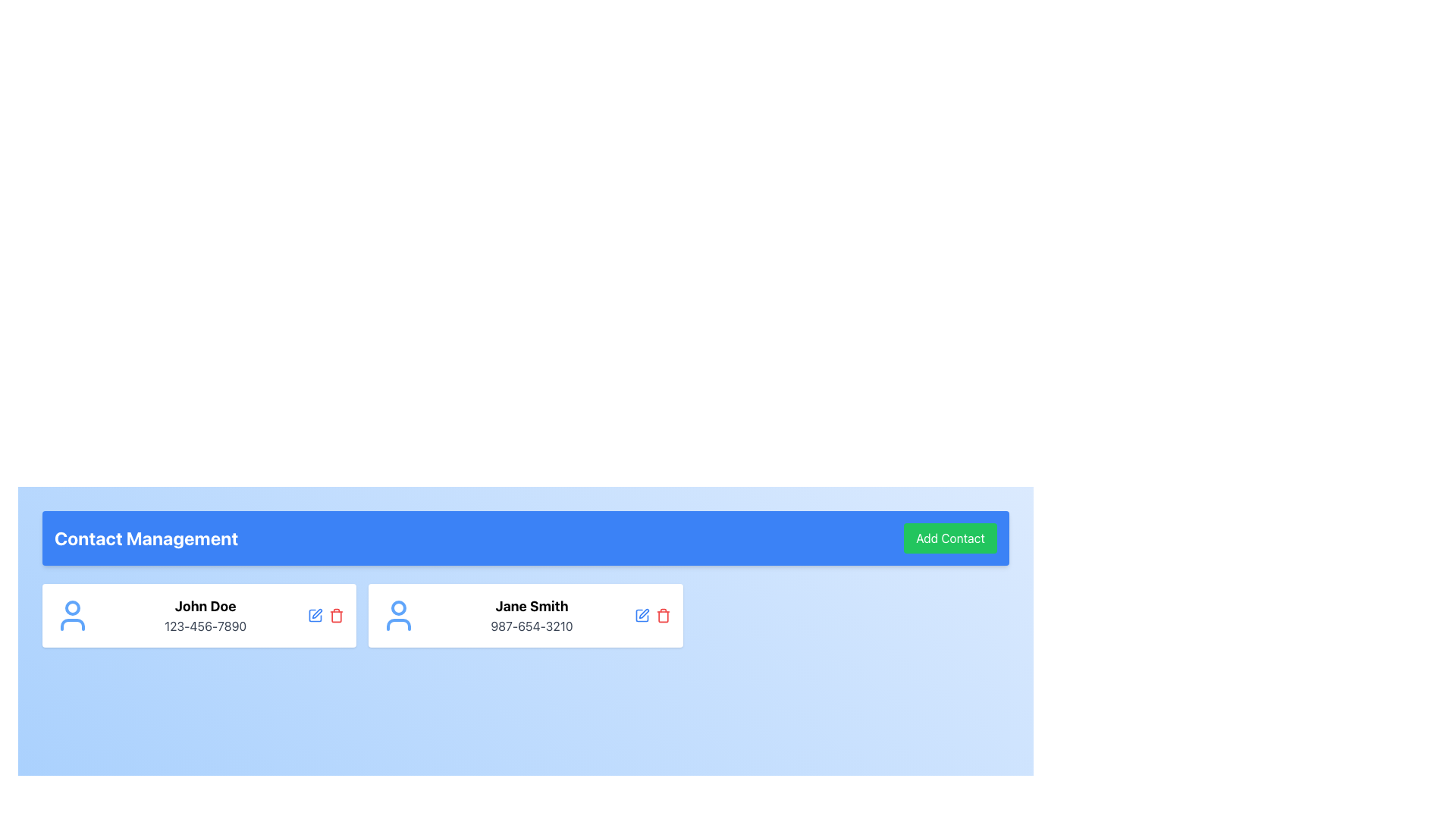 The height and width of the screenshot is (819, 1456). Describe the element at coordinates (205, 616) in the screenshot. I see `contact's name and phone number displayed in the text block, which is positioned on the left side of a card layout, between an icon and action icons` at that location.